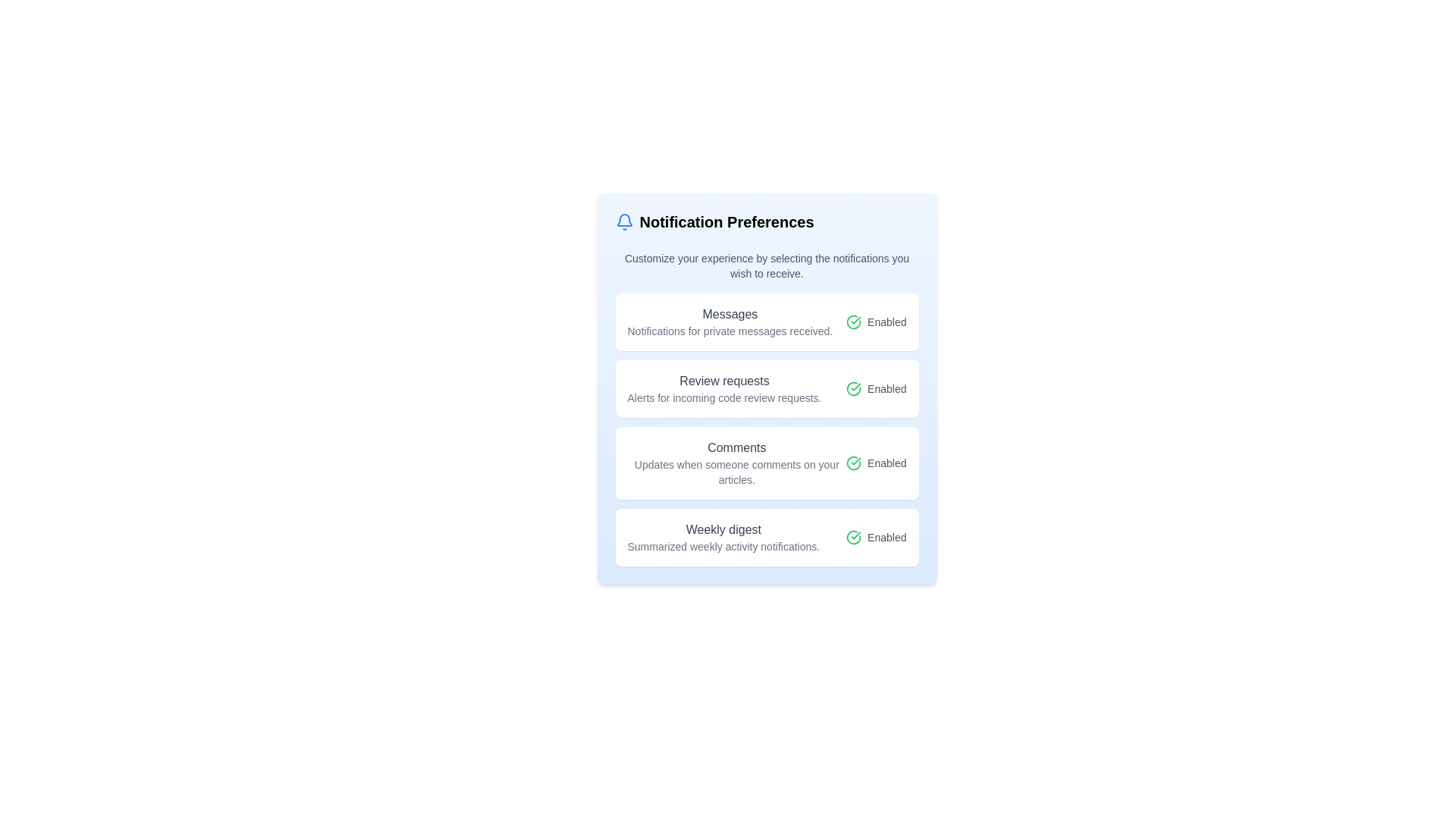  What do you see at coordinates (723, 537) in the screenshot?
I see `the text label that describes the weekly digest notification preference option, located in the fourth card from the top in the notification options list` at bounding box center [723, 537].